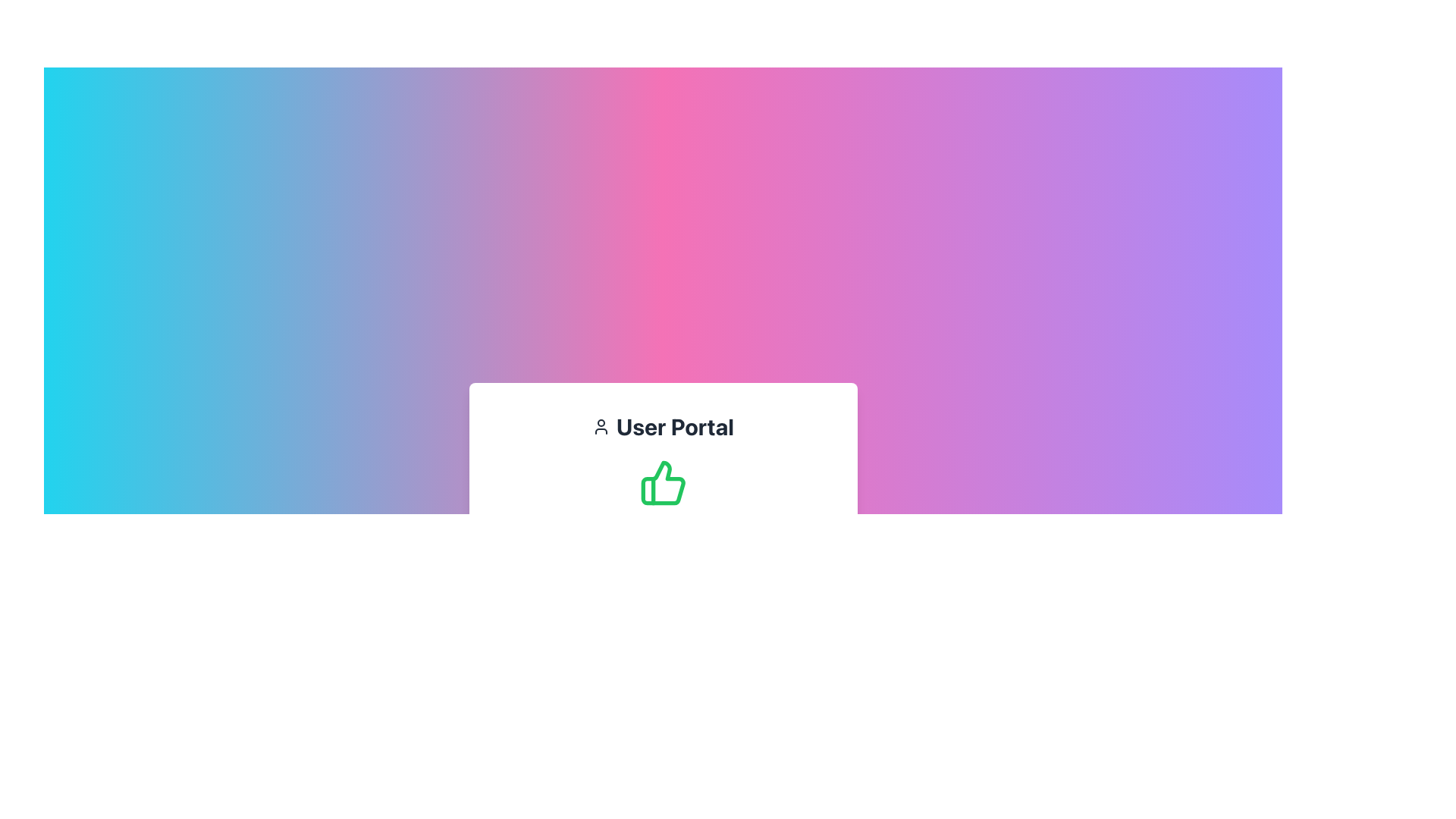 The image size is (1456, 819). Describe the element at coordinates (663, 482) in the screenshot. I see `the thumbs-up icon indicating approval within the 'User Portal' card component` at that location.